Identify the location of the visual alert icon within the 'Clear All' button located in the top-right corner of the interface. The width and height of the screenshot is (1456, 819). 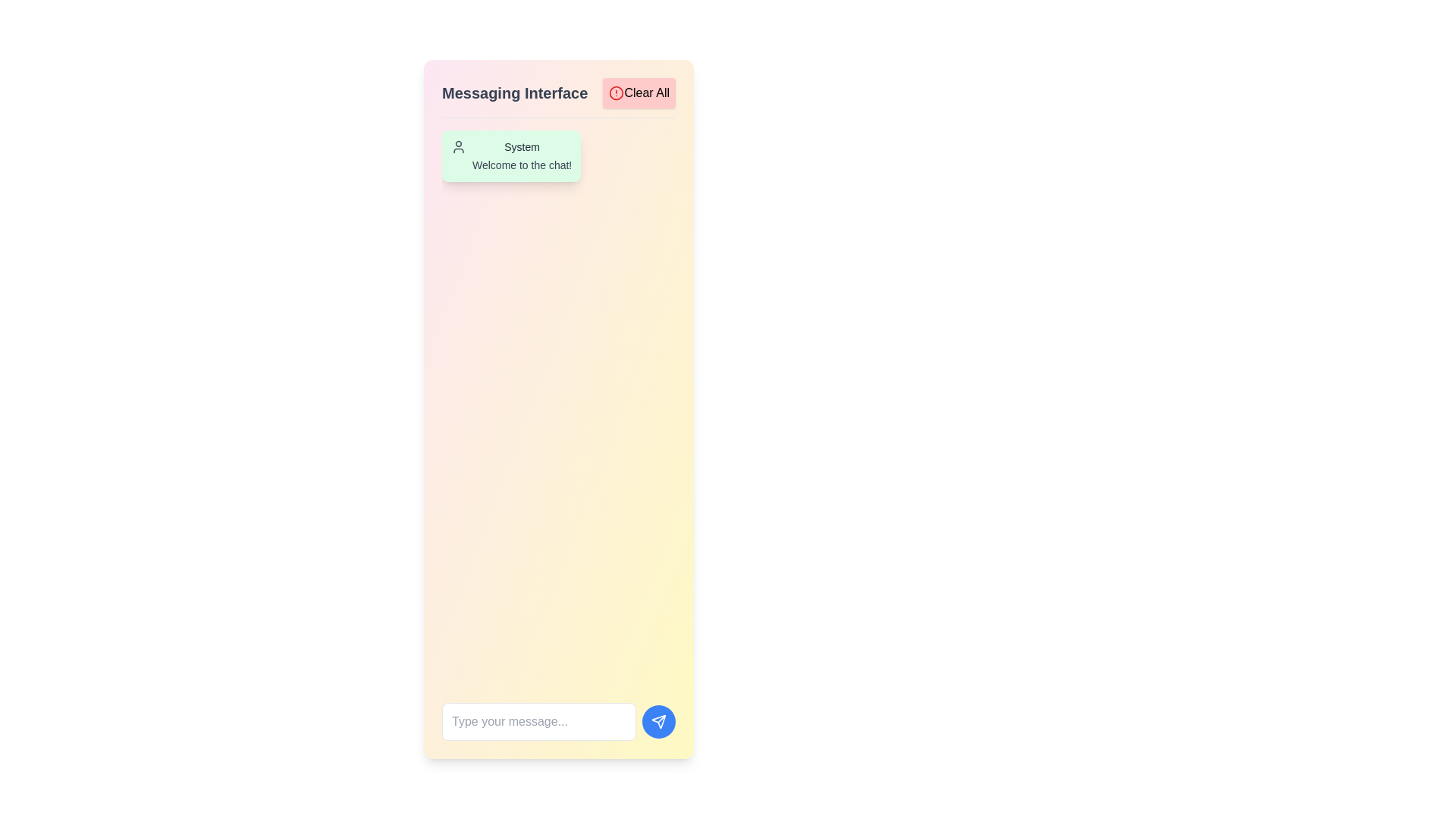
(617, 93).